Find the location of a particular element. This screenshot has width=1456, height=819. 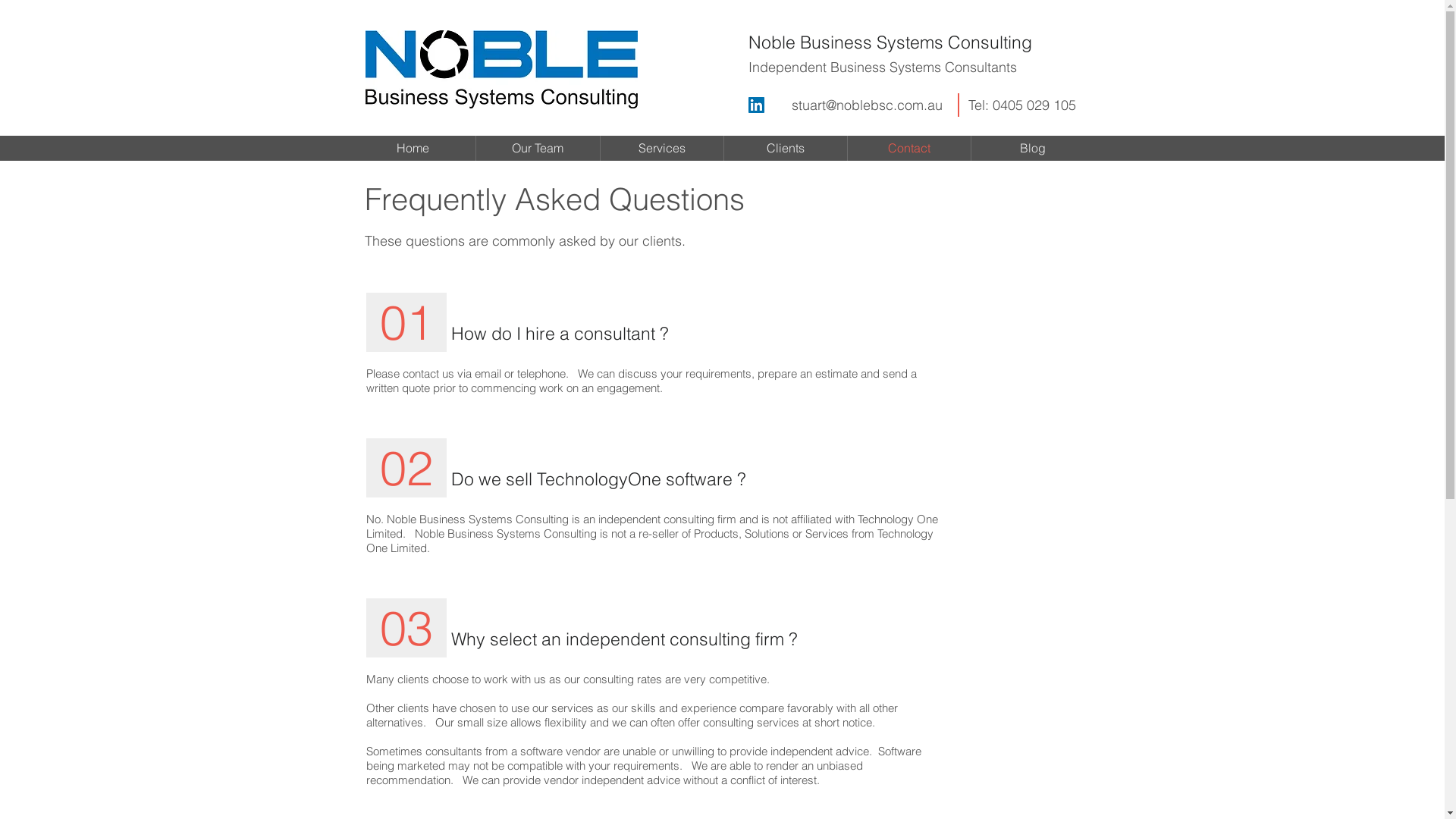

'stuart@noblebsc.com.au' is located at coordinates (790, 104).